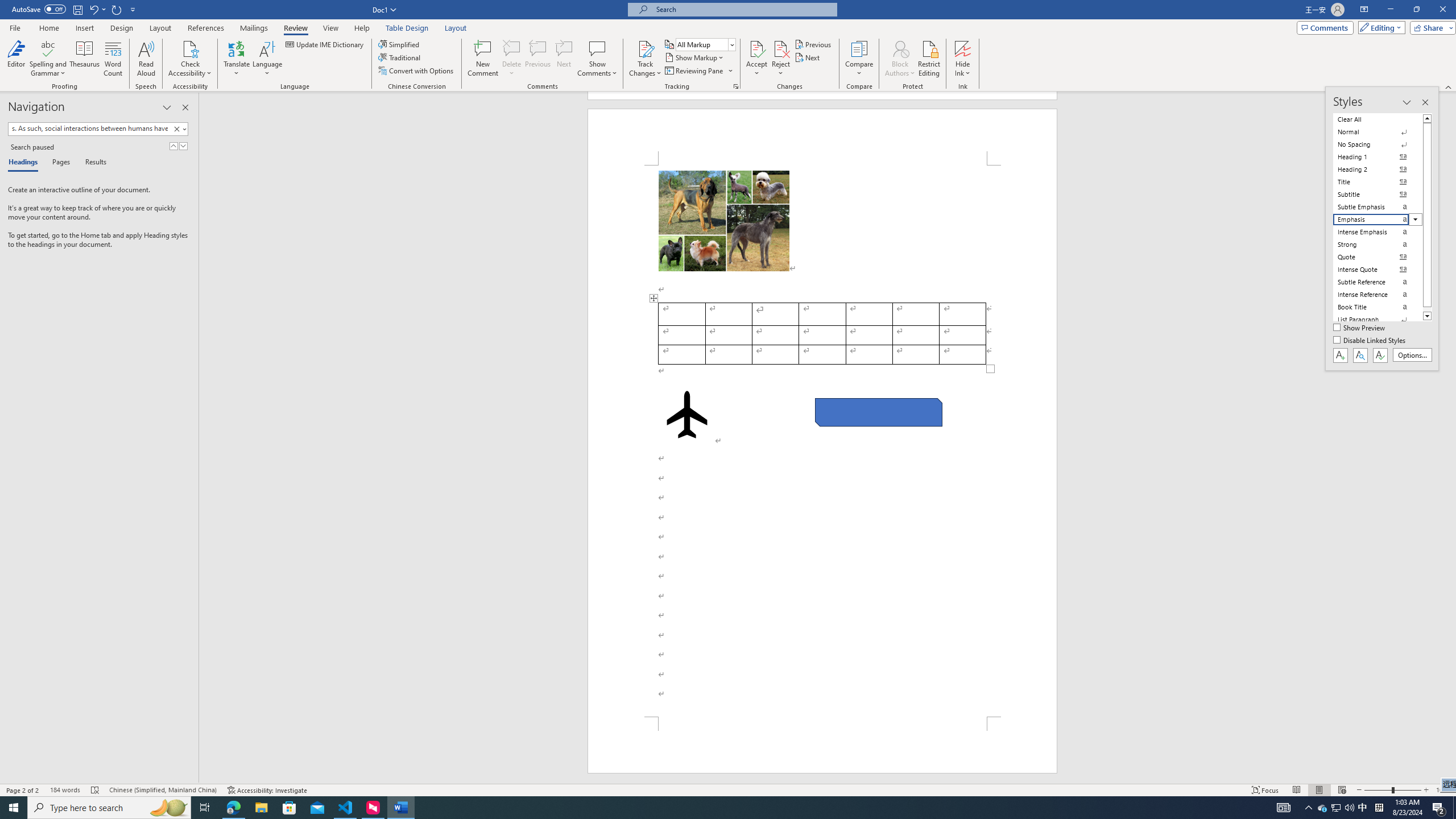 Image resolution: width=1456 pixels, height=819 pixels. Describe the element at coordinates (325, 44) in the screenshot. I see `'Update IME Dictionary...'` at that location.